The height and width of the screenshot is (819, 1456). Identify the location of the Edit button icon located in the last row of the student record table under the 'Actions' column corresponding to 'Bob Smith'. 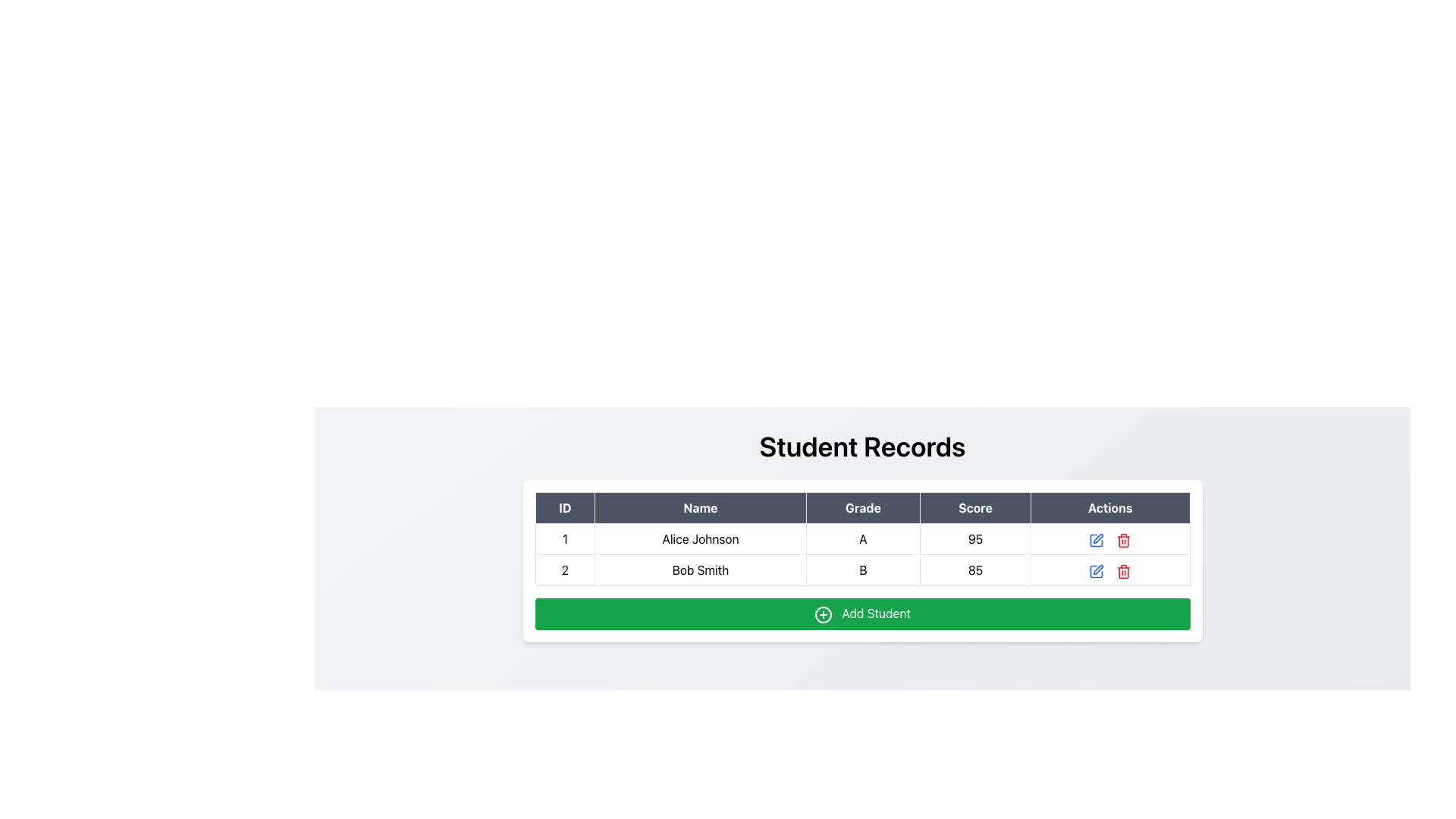
(1098, 570).